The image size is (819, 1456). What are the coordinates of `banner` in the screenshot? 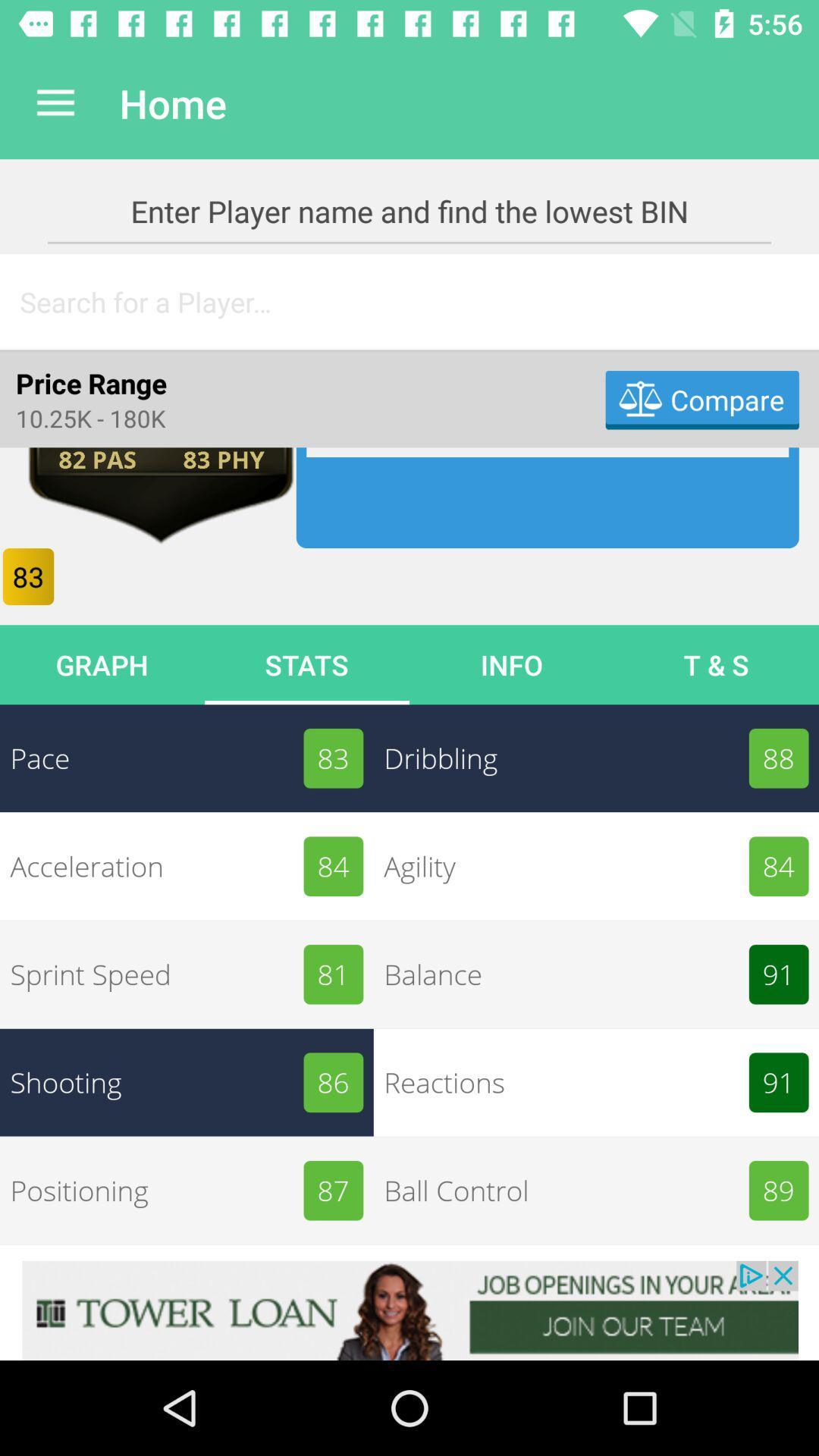 It's located at (409, 1310).